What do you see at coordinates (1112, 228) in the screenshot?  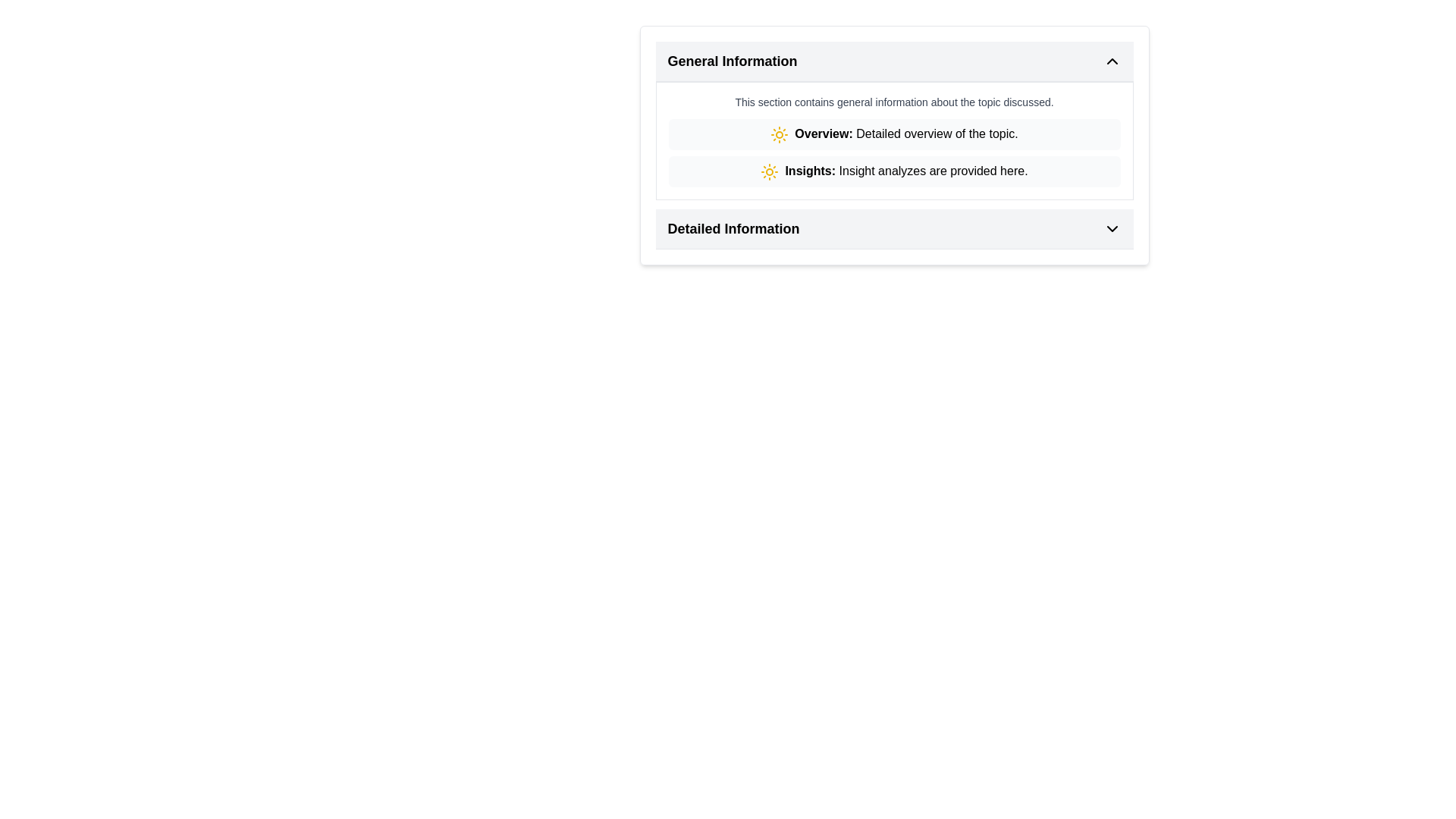 I see `the downward-pointing chevron icon styled in a minimalist manner, located at the far right of the 'Detailed Information' row within a collapsible section header` at bounding box center [1112, 228].